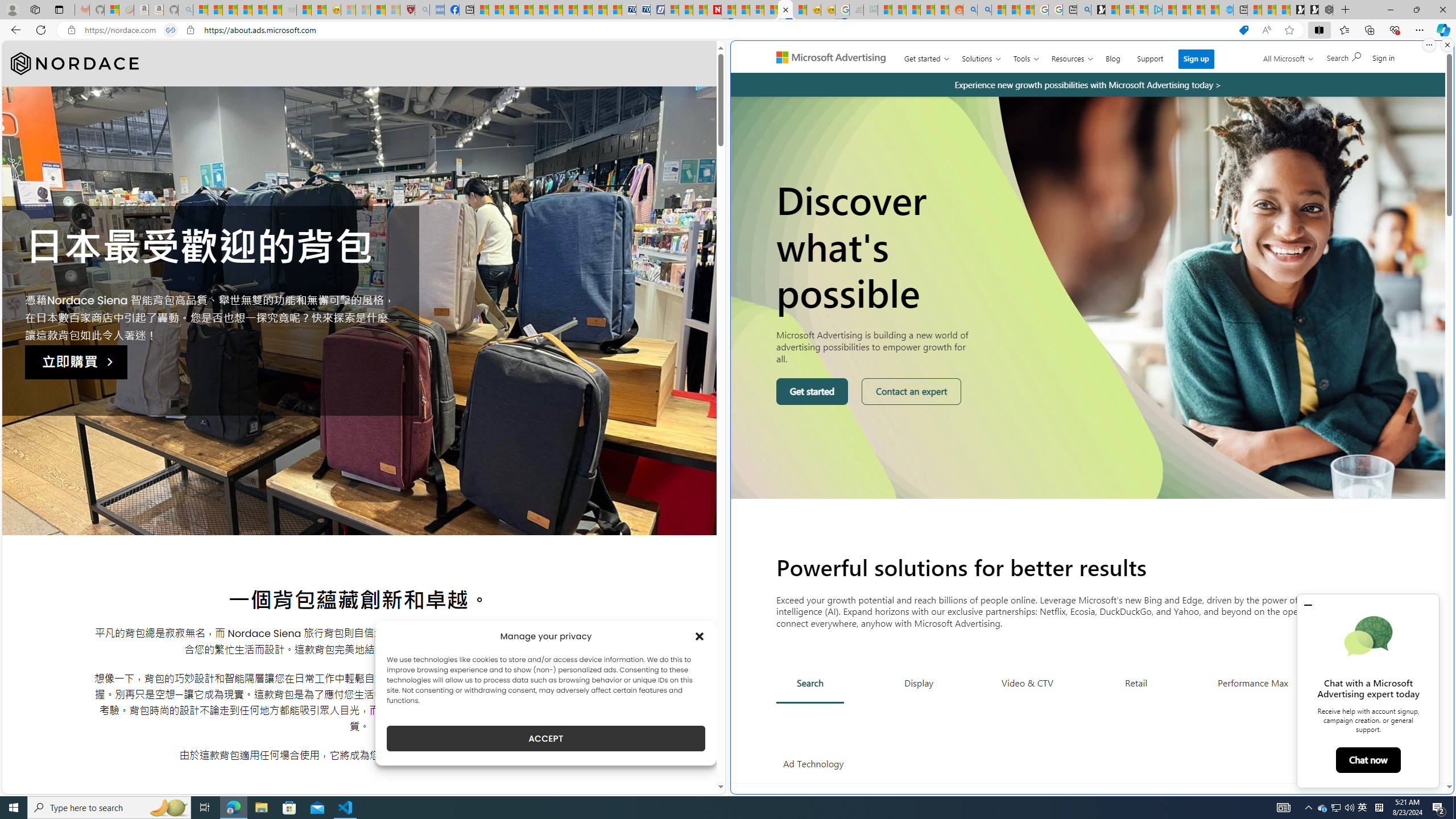  I want to click on 'Student Loan Update: Forgiveness Program Ends This Month', so click(927, 9).